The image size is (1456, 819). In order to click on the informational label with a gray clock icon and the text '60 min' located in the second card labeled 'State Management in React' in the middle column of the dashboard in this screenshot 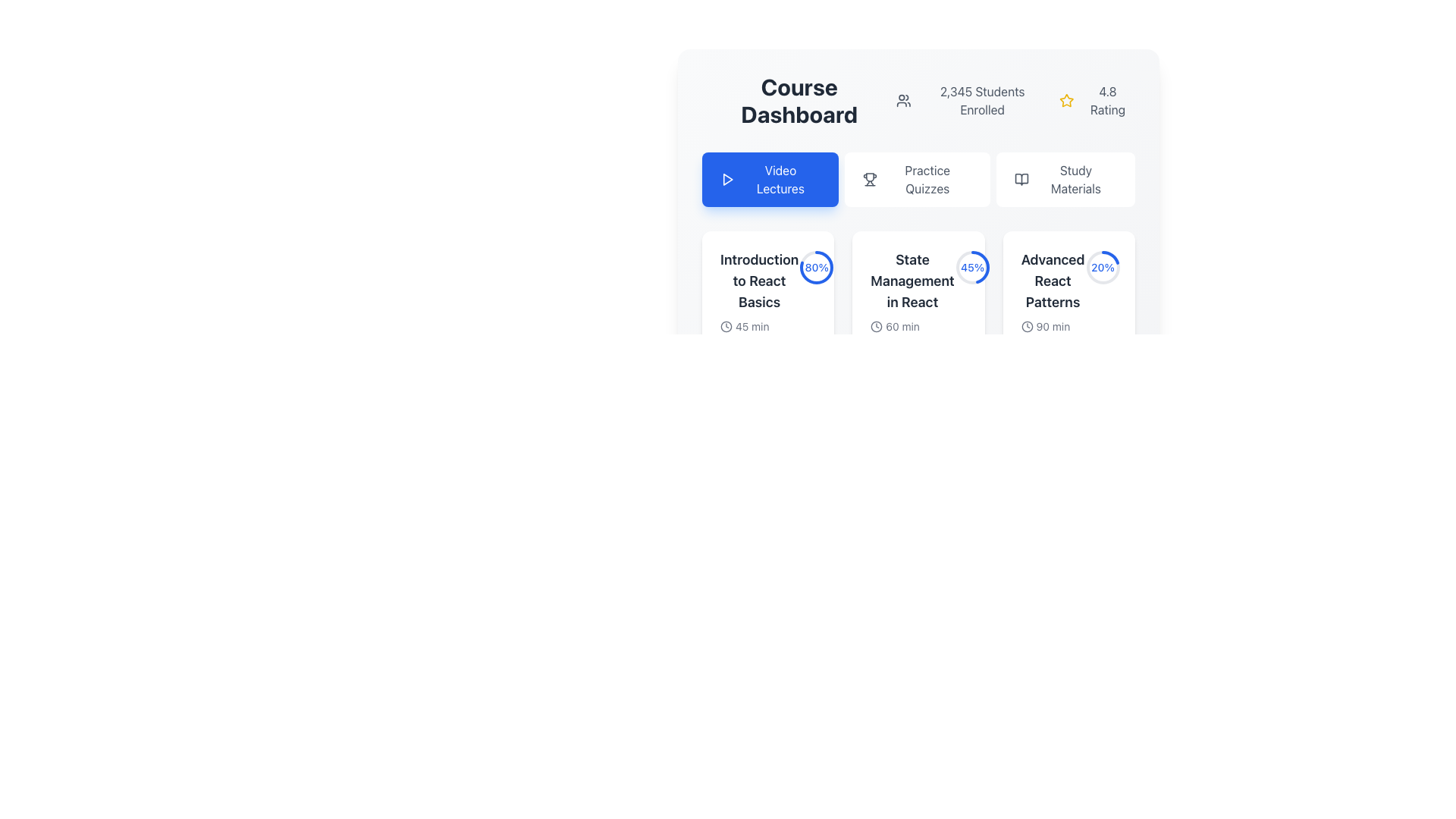, I will do `click(912, 326)`.